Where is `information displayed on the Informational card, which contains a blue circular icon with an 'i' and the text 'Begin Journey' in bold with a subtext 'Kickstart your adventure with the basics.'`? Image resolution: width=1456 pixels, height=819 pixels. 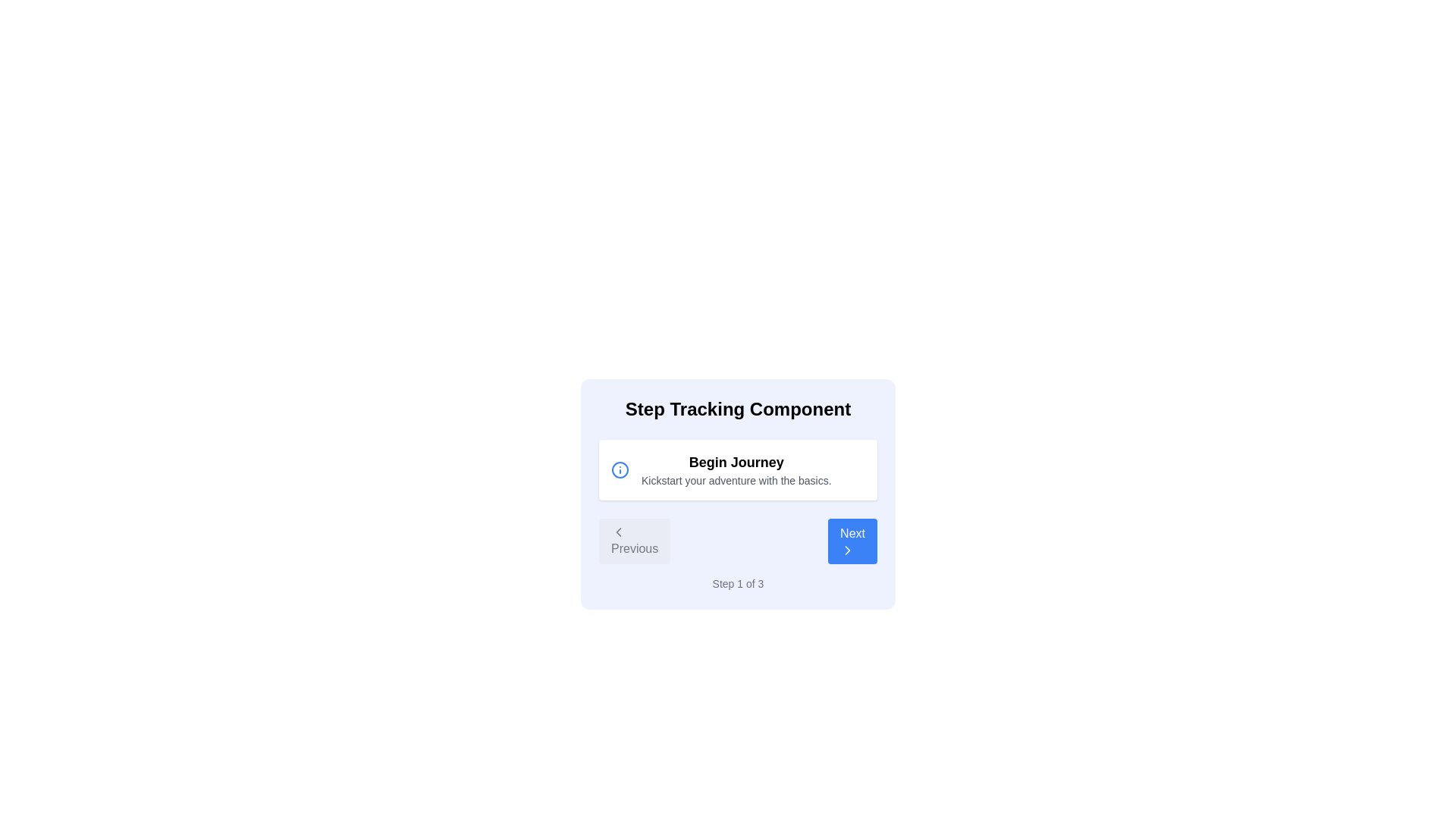 information displayed on the Informational card, which contains a blue circular icon with an 'i' and the text 'Begin Journey' in bold with a subtext 'Kickstart your adventure with the basics.' is located at coordinates (738, 469).